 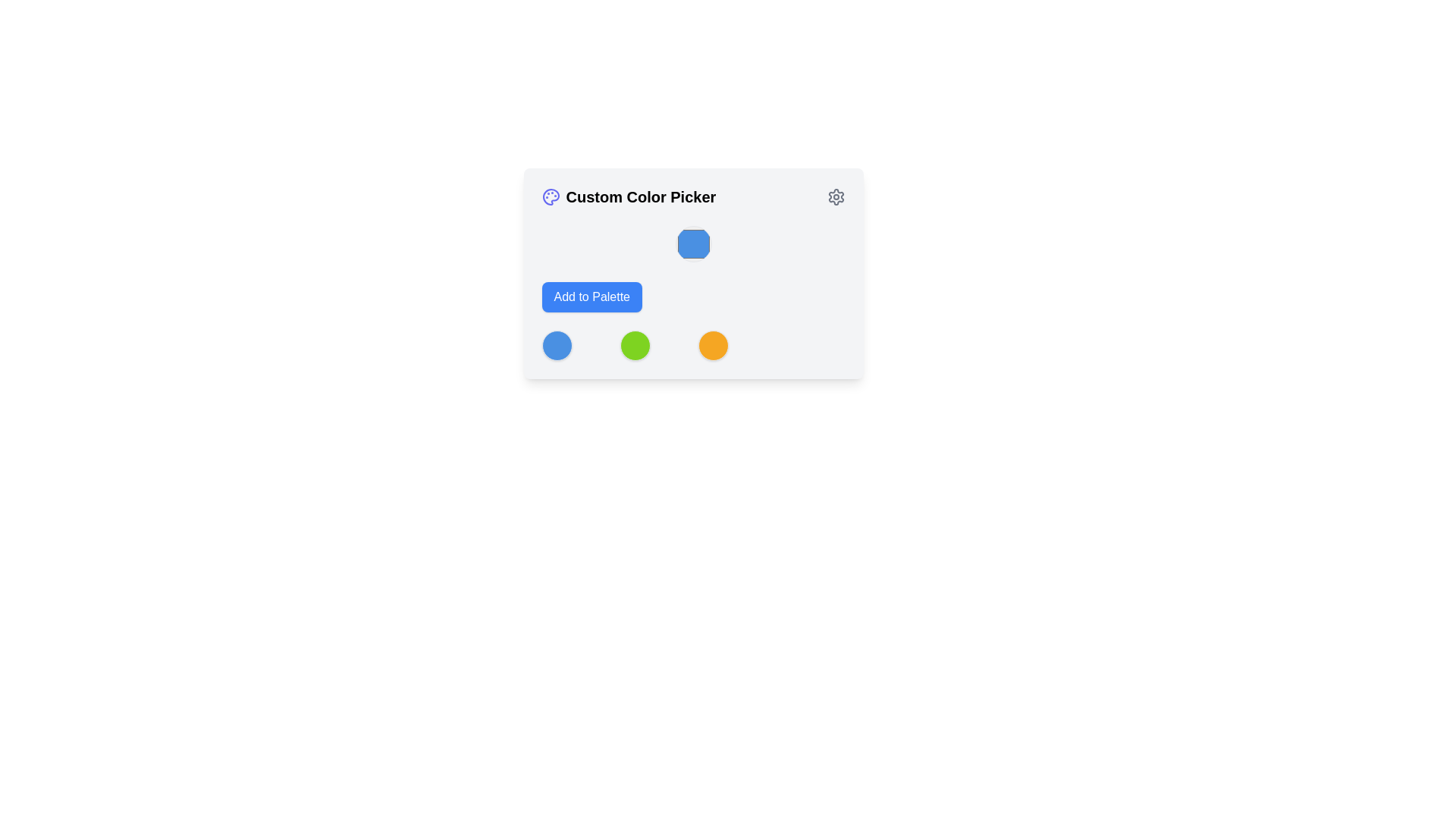 What do you see at coordinates (835, 196) in the screenshot?
I see `the gear-shaped icon` at bounding box center [835, 196].